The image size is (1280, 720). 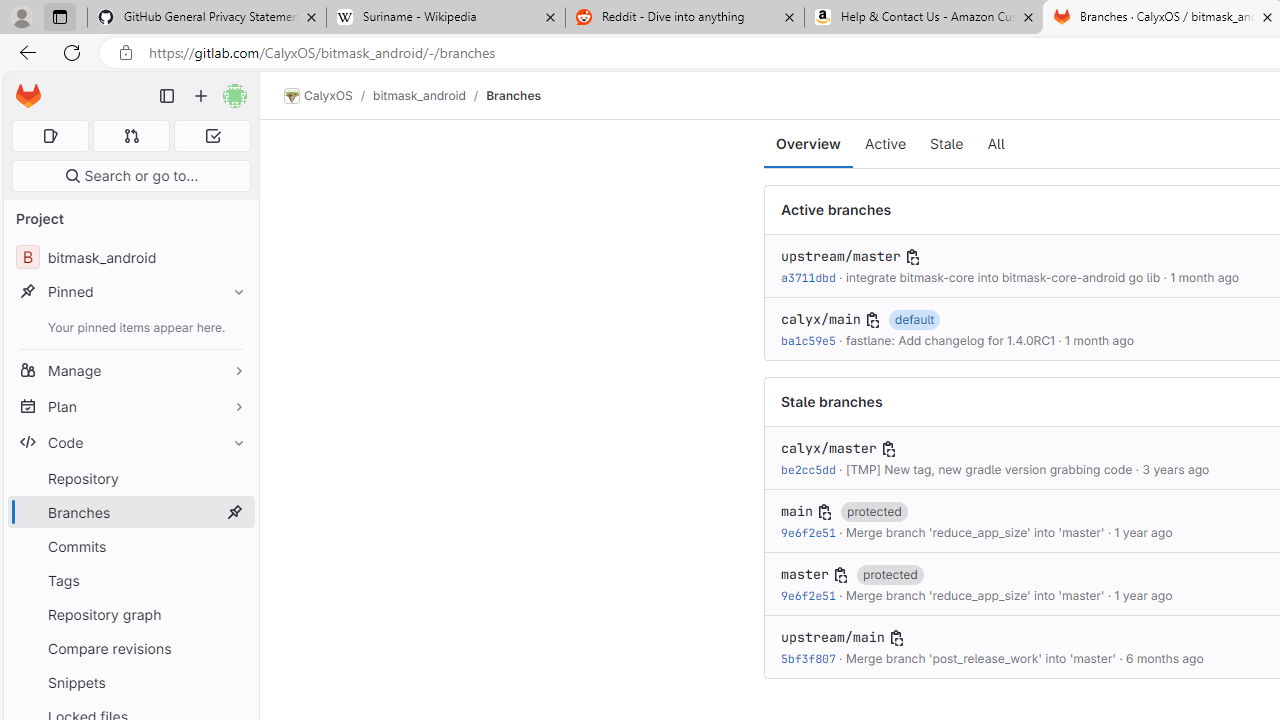 What do you see at coordinates (130, 256) in the screenshot?
I see `'Bbitmask_android'` at bounding box center [130, 256].